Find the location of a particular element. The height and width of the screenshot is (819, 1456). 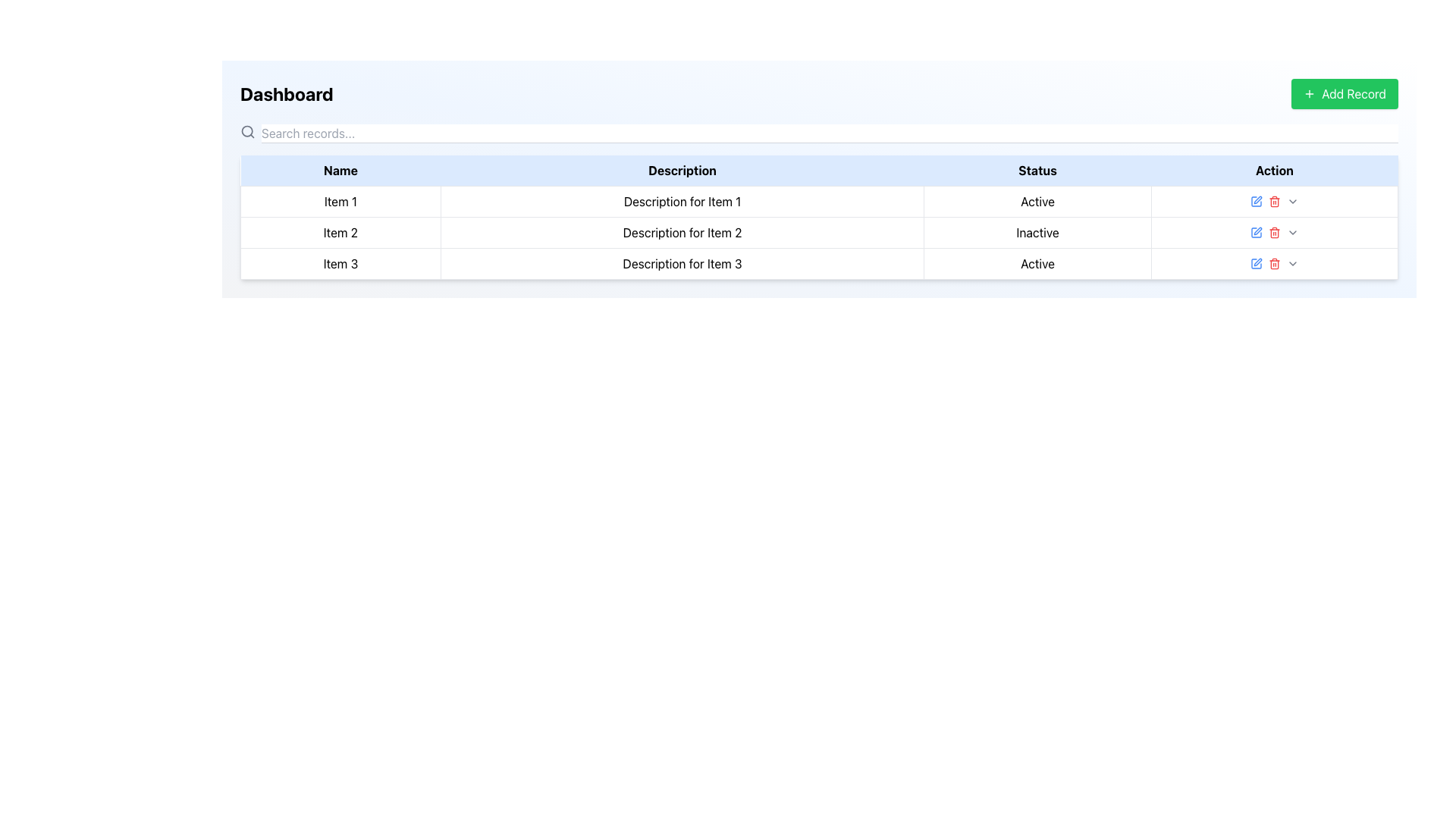

the text label displaying 'Action', which is the last of four horizontally aligned header labels, positioned to the far-right of the header bar above the grid is located at coordinates (1274, 171).